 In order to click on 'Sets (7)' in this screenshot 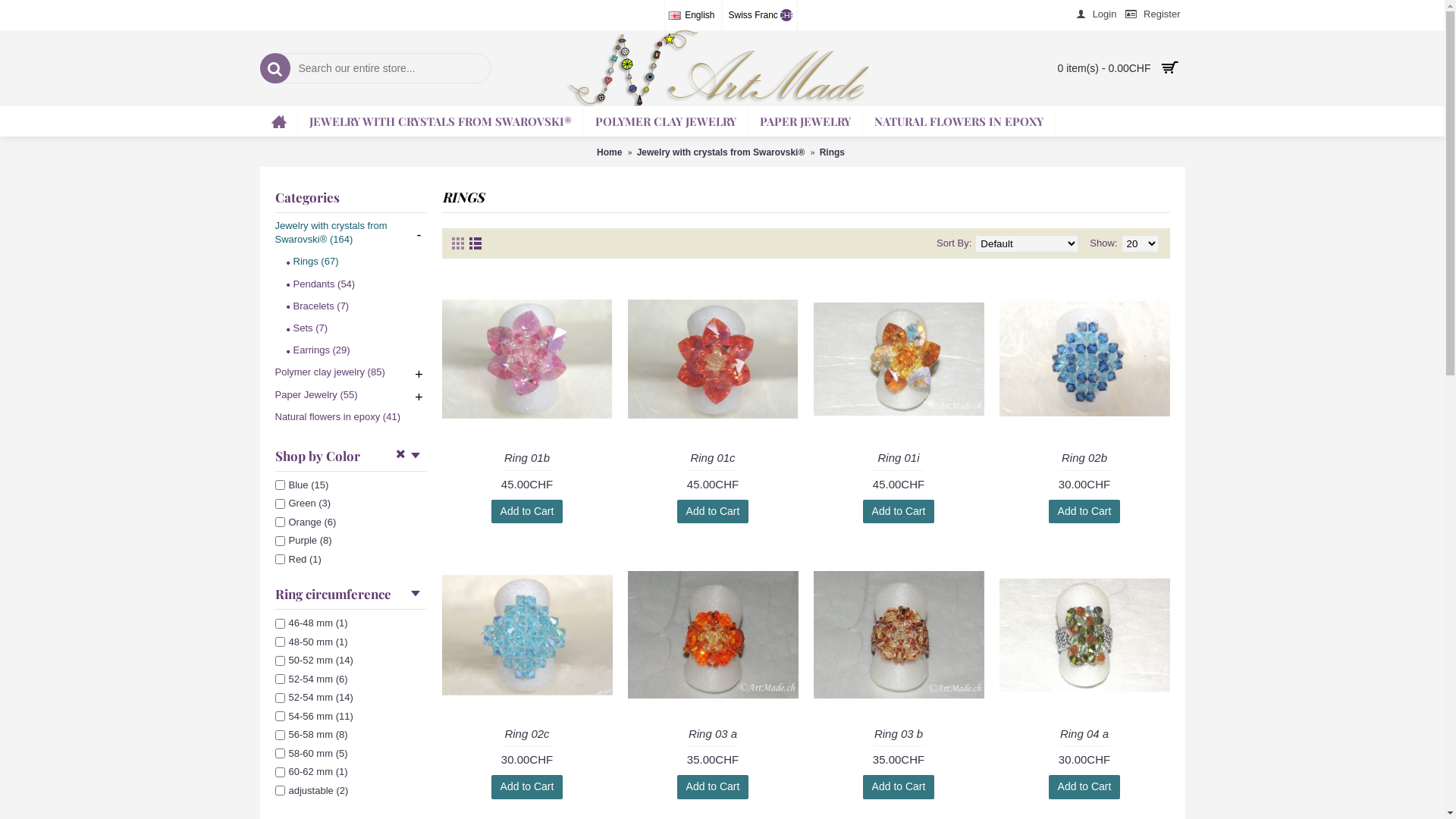, I will do `click(274, 325)`.